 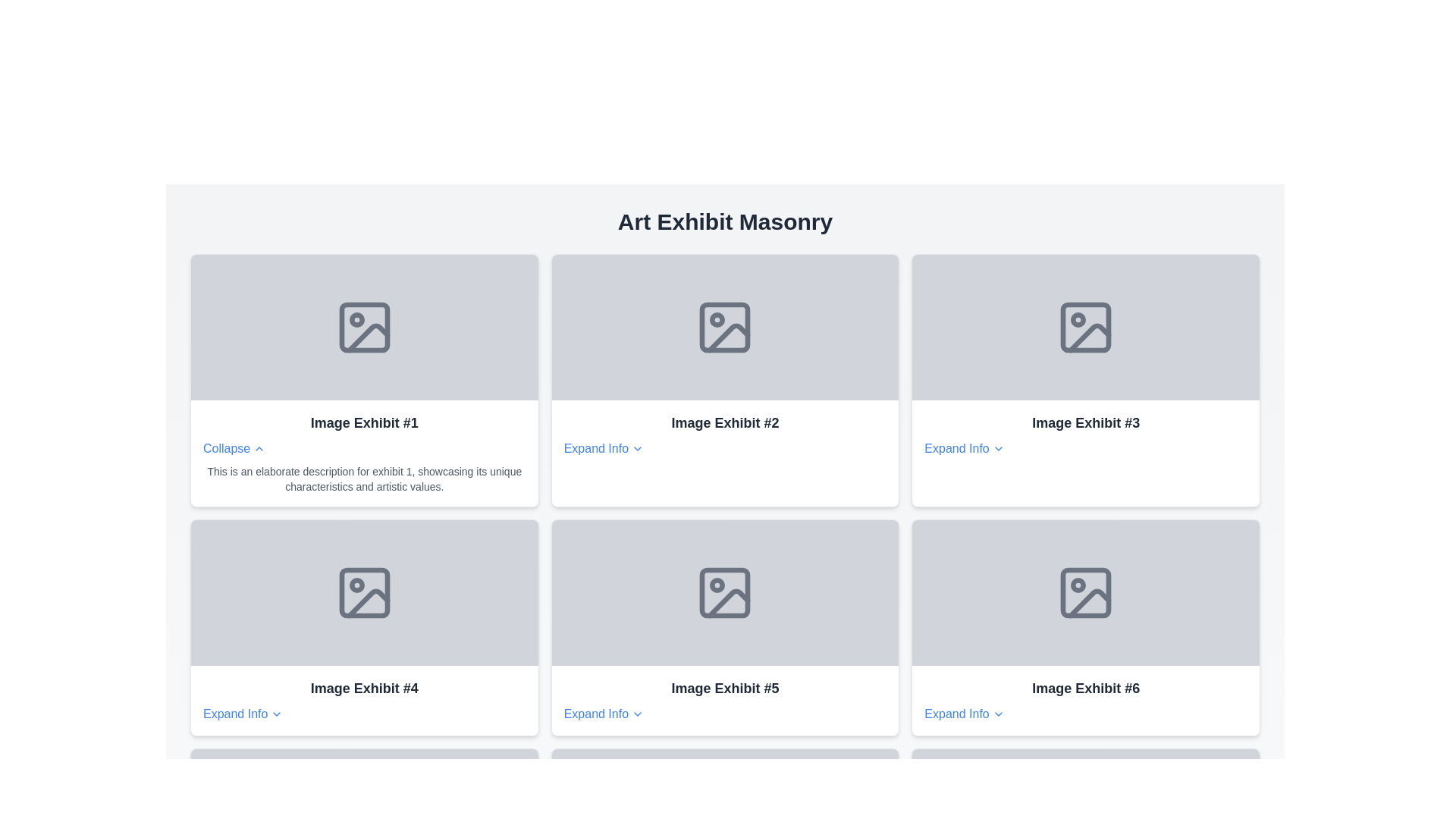 What do you see at coordinates (724, 701) in the screenshot?
I see `title text of the Text block with hyperlink and icon in 'Image Exhibit #5' located in the second row and second column of the exhibit cards` at bounding box center [724, 701].